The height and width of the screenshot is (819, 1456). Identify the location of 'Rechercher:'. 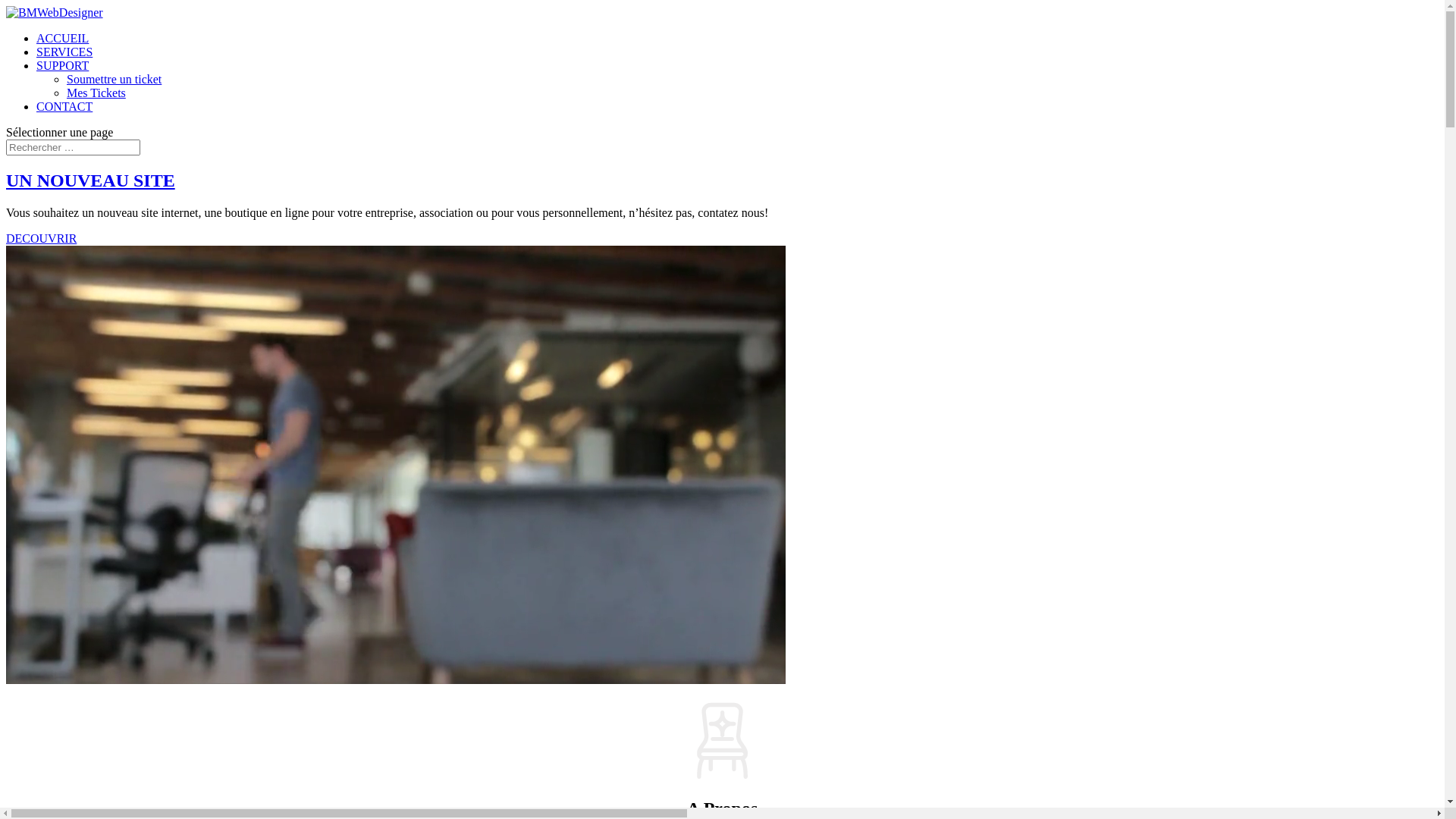
(72, 147).